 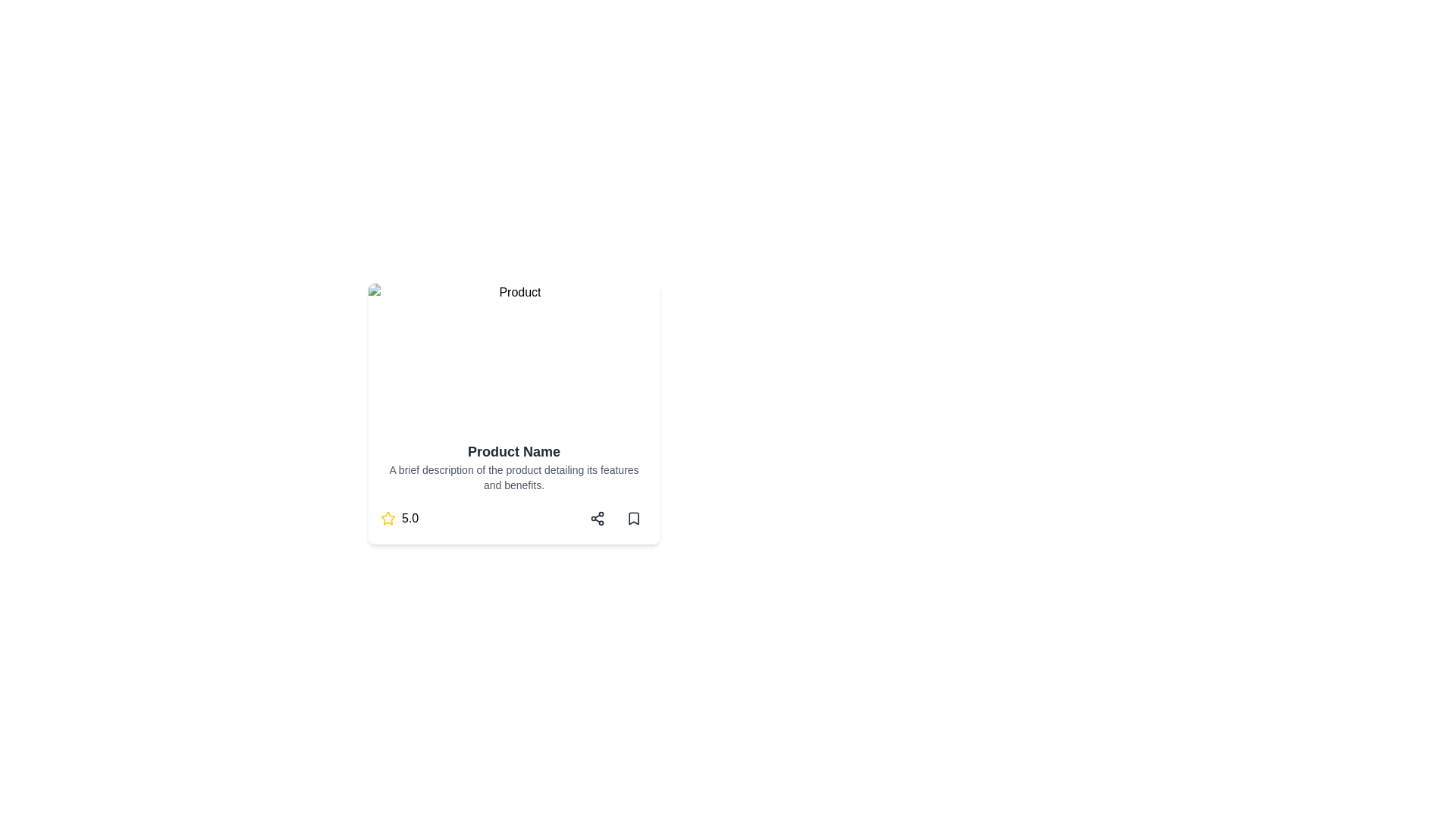 What do you see at coordinates (513, 451) in the screenshot?
I see `the large, bold text element that reads 'Product Name', which is positioned at the top of a card layout` at bounding box center [513, 451].